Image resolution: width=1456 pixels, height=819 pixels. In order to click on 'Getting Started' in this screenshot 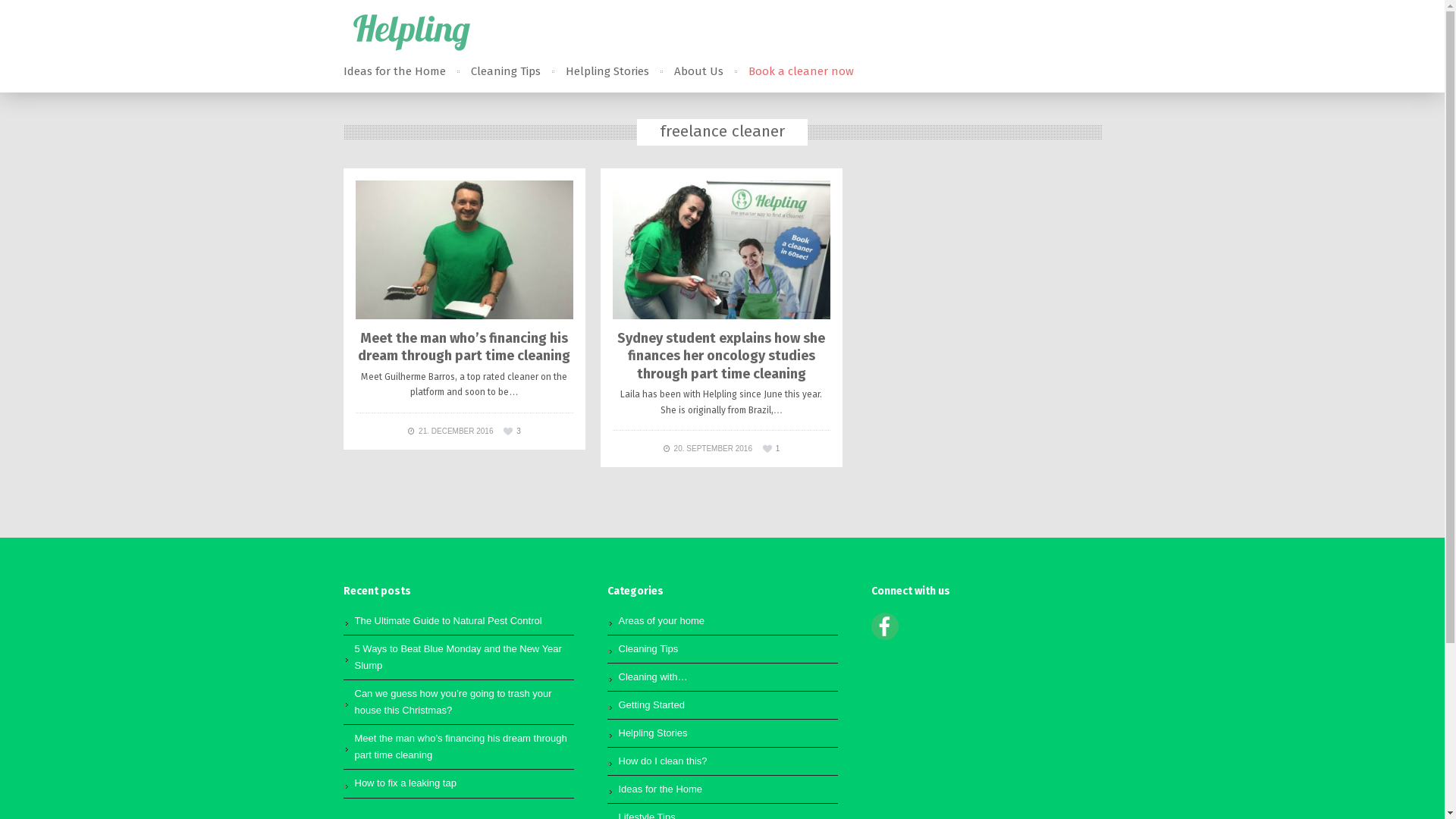, I will do `click(651, 704)`.